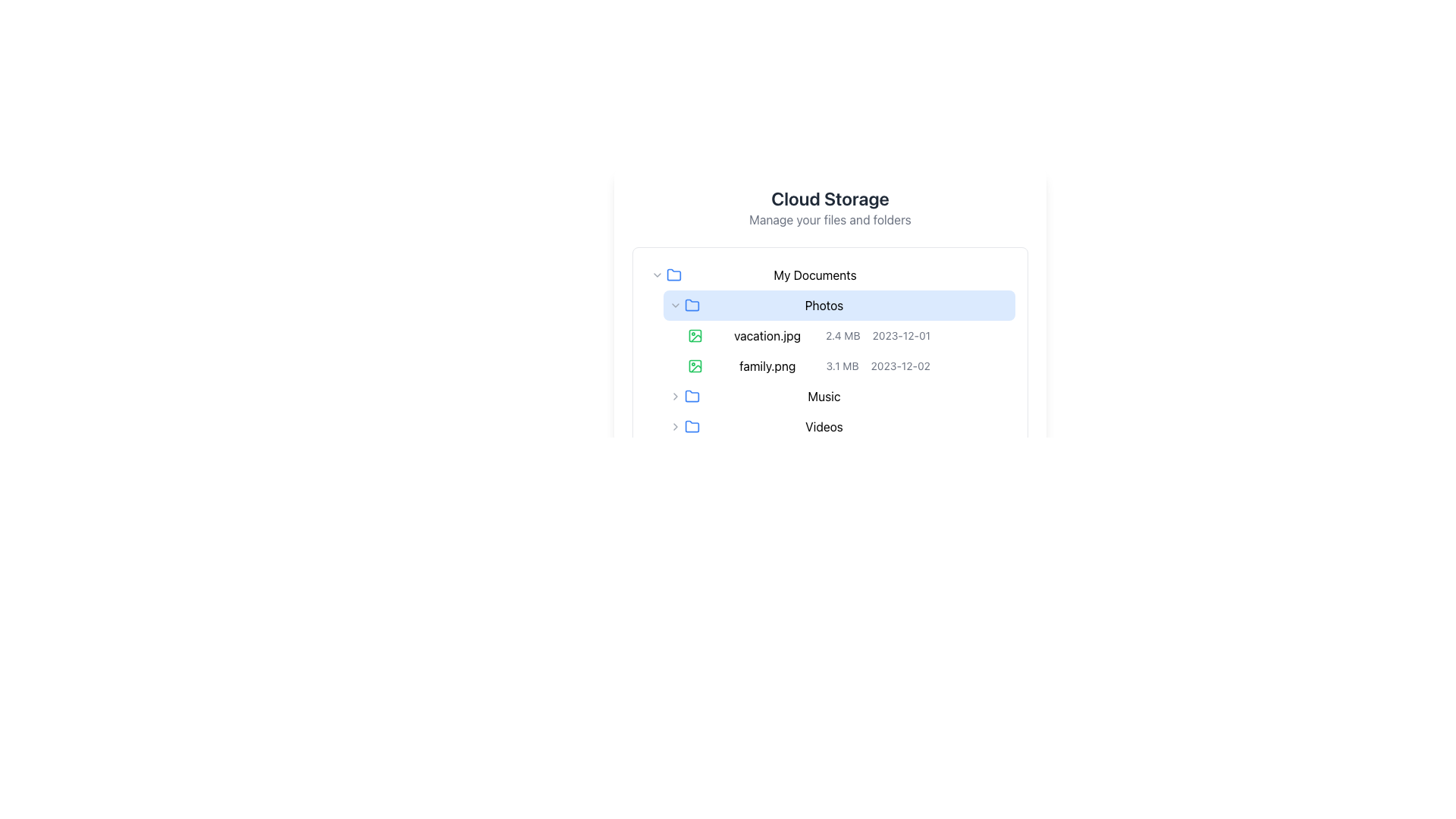 The image size is (1456, 819). I want to click on the static text displaying the date '2023-12-01' in light gray font, located in the file listing entry for 'vacation.jpg' in the 'Photos' folder, so click(901, 335).